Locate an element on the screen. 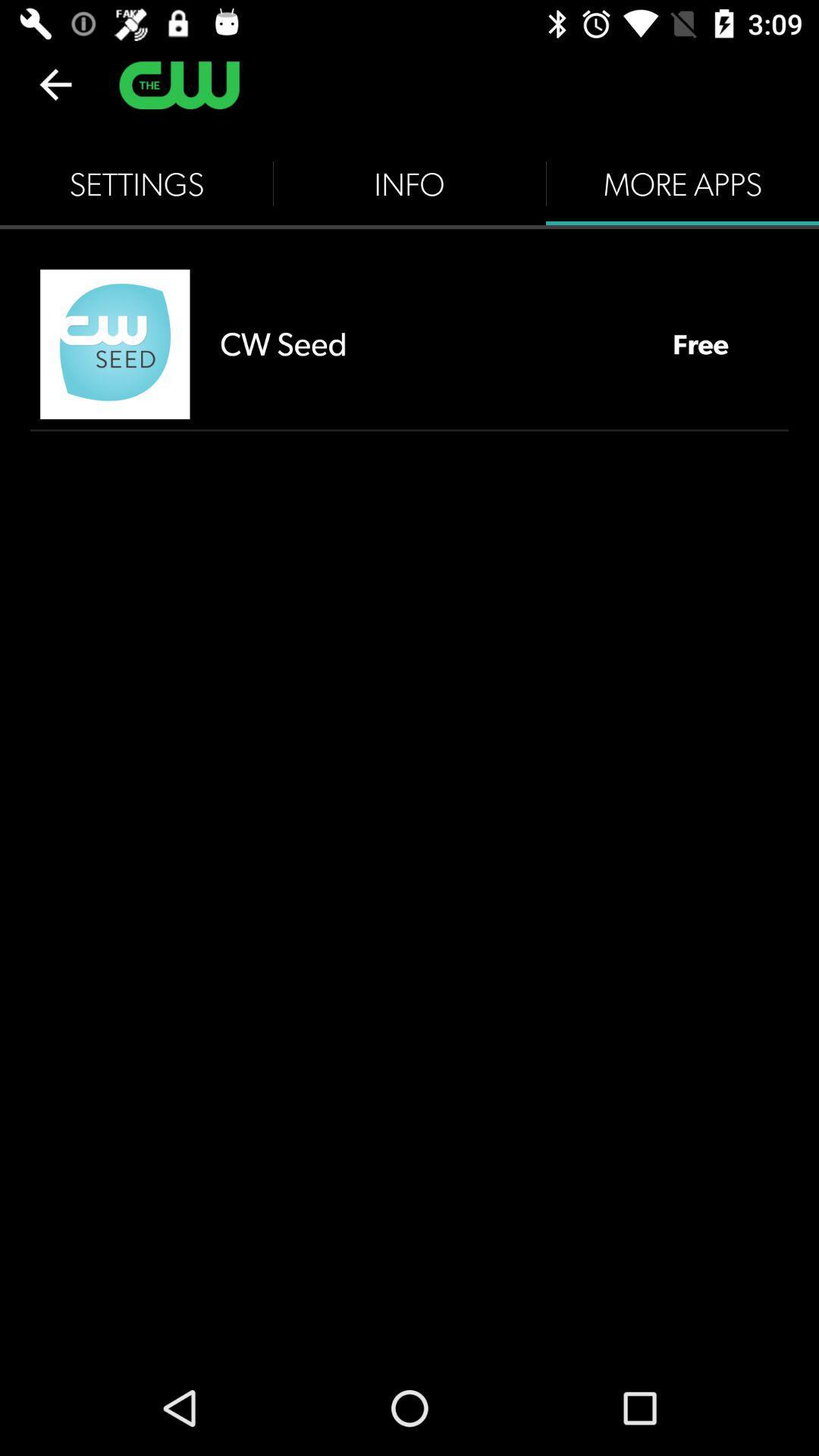 This screenshot has height=1456, width=819. icon to the left of the info icon is located at coordinates (136, 184).